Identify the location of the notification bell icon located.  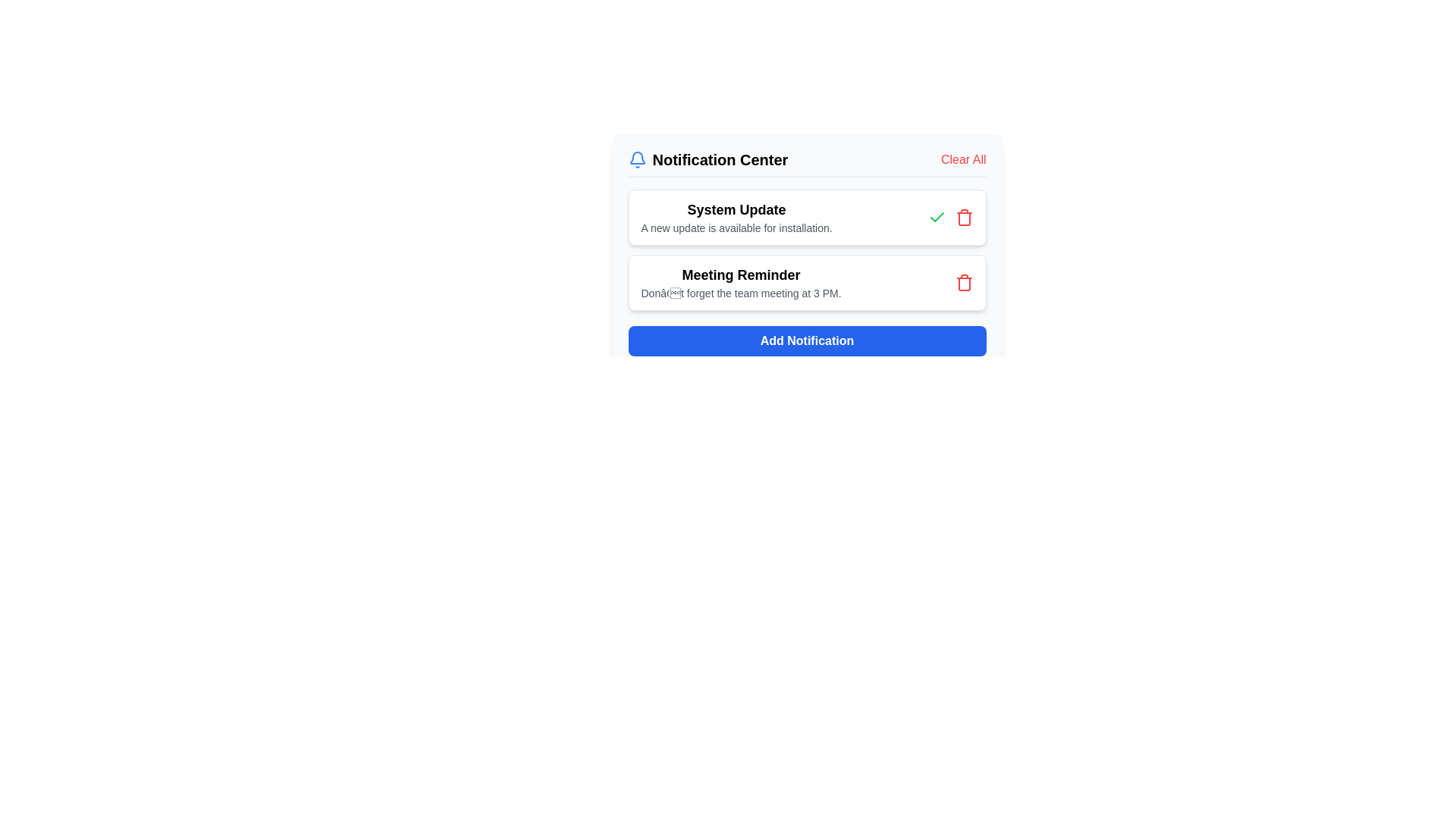
(637, 158).